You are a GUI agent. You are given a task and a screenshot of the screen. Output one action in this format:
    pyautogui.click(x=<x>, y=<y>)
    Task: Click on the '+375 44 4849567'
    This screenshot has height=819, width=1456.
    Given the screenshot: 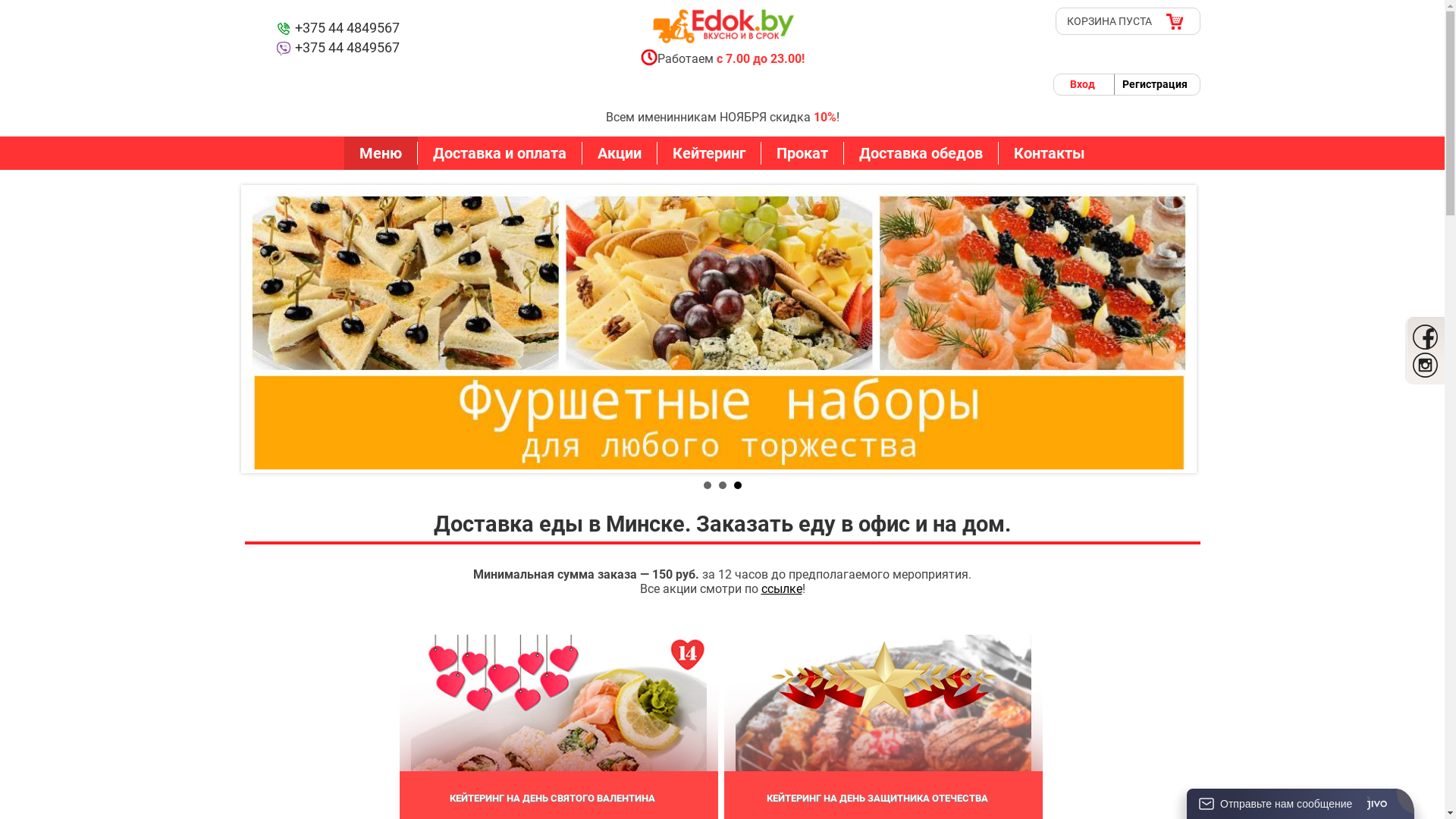 What is the action you would take?
    pyautogui.click(x=336, y=29)
    